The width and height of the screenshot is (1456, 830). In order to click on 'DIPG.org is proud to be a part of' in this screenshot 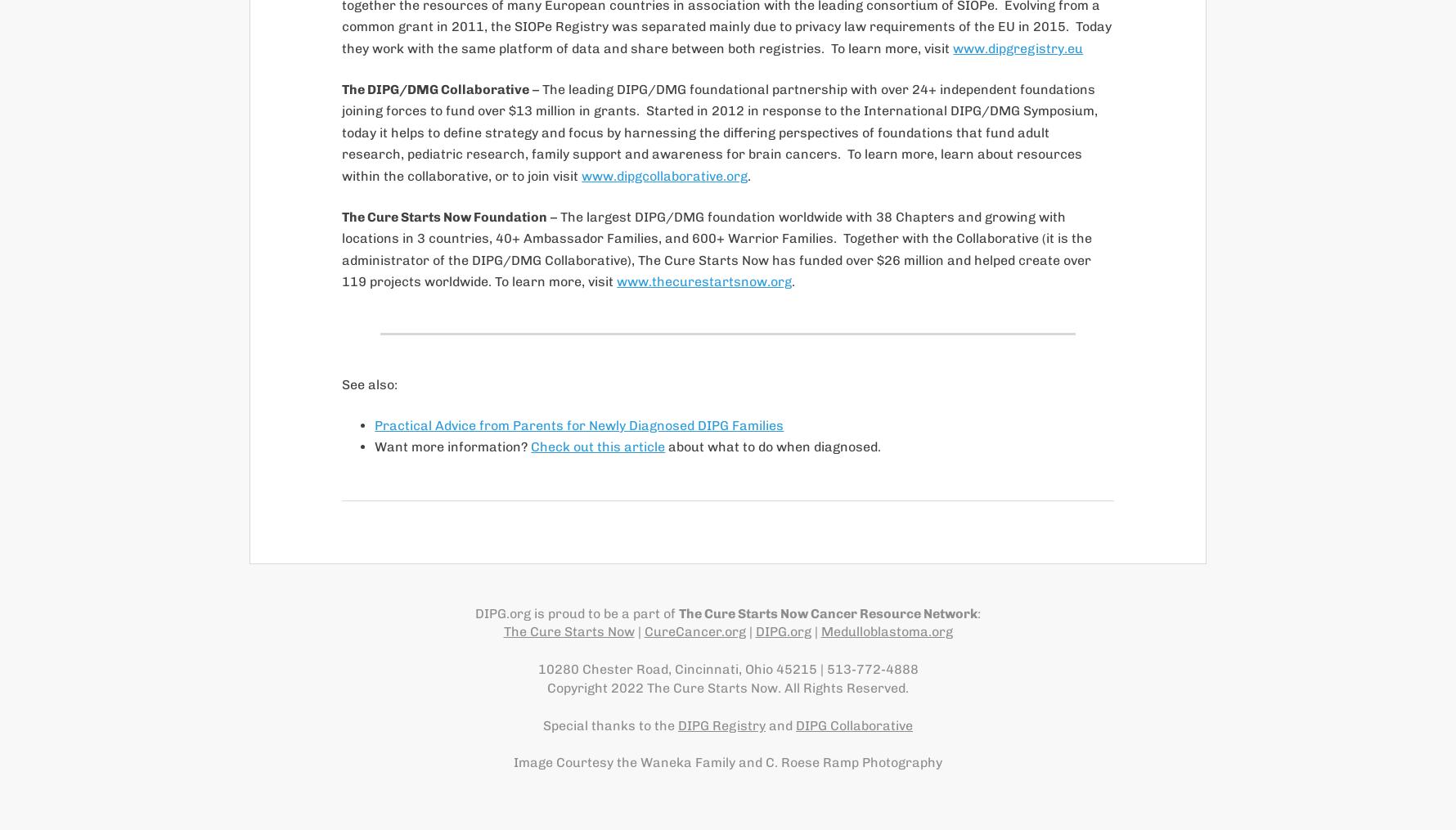, I will do `click(576, 612)`.